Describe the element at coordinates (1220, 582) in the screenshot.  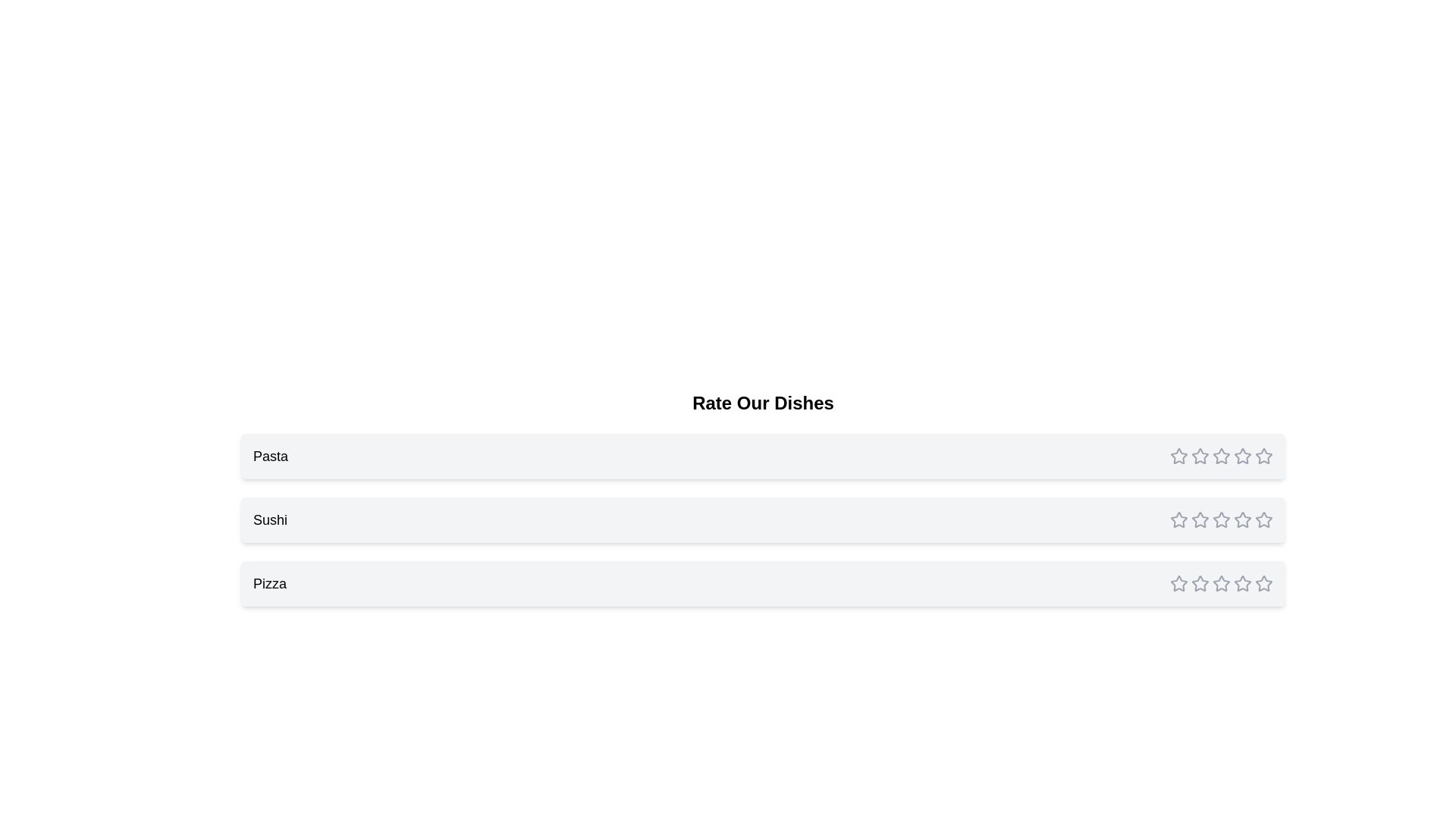
I see `the third rating star icon, which is filled with red color, indicating the selected rating level for the 'Pizza' category` at that location.